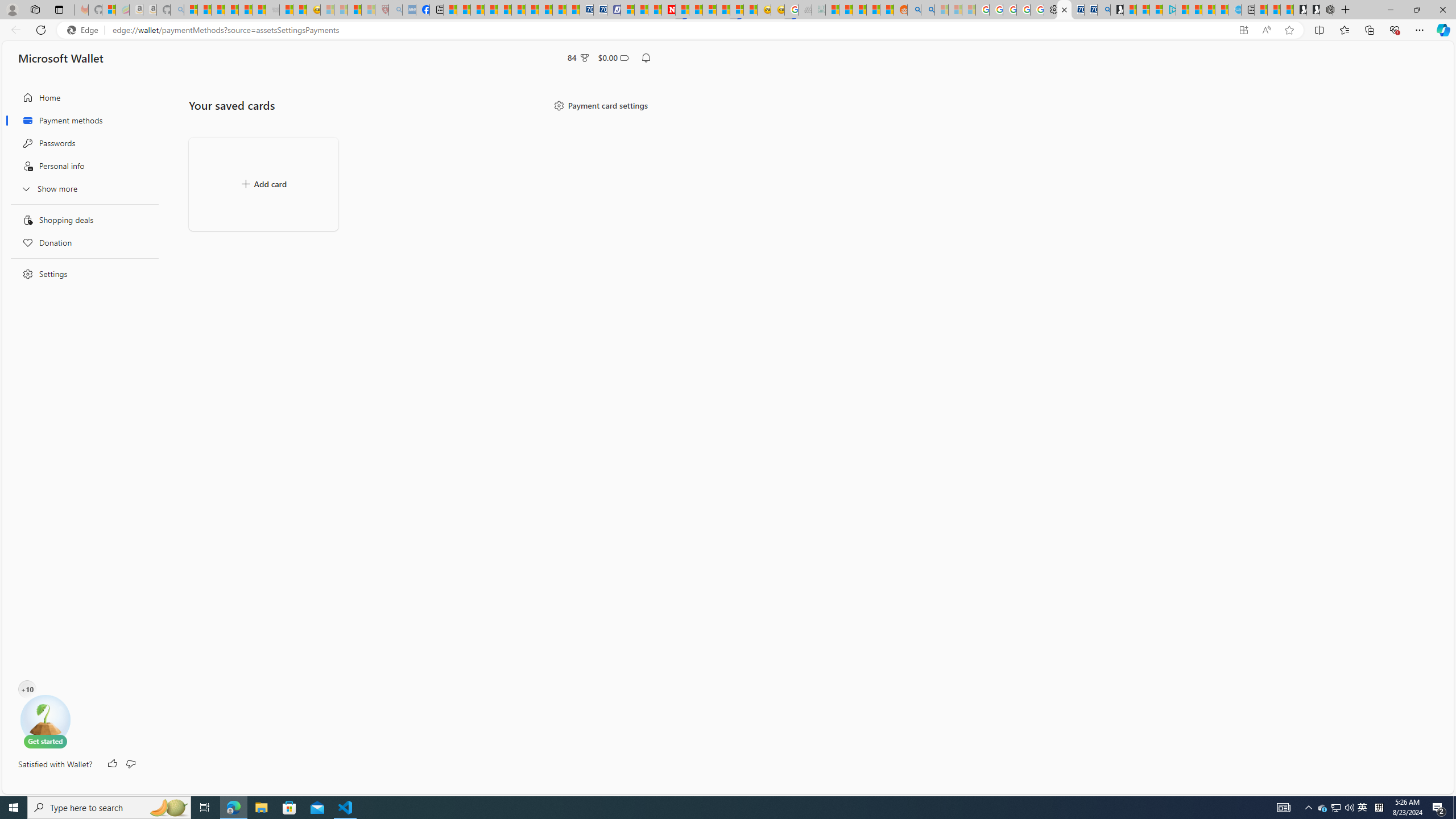  Describe the element at coordinates (246, 9) in the screenshot. I see `'New Report Confirms 2023 Was Record Hot | Watch'` at that location.